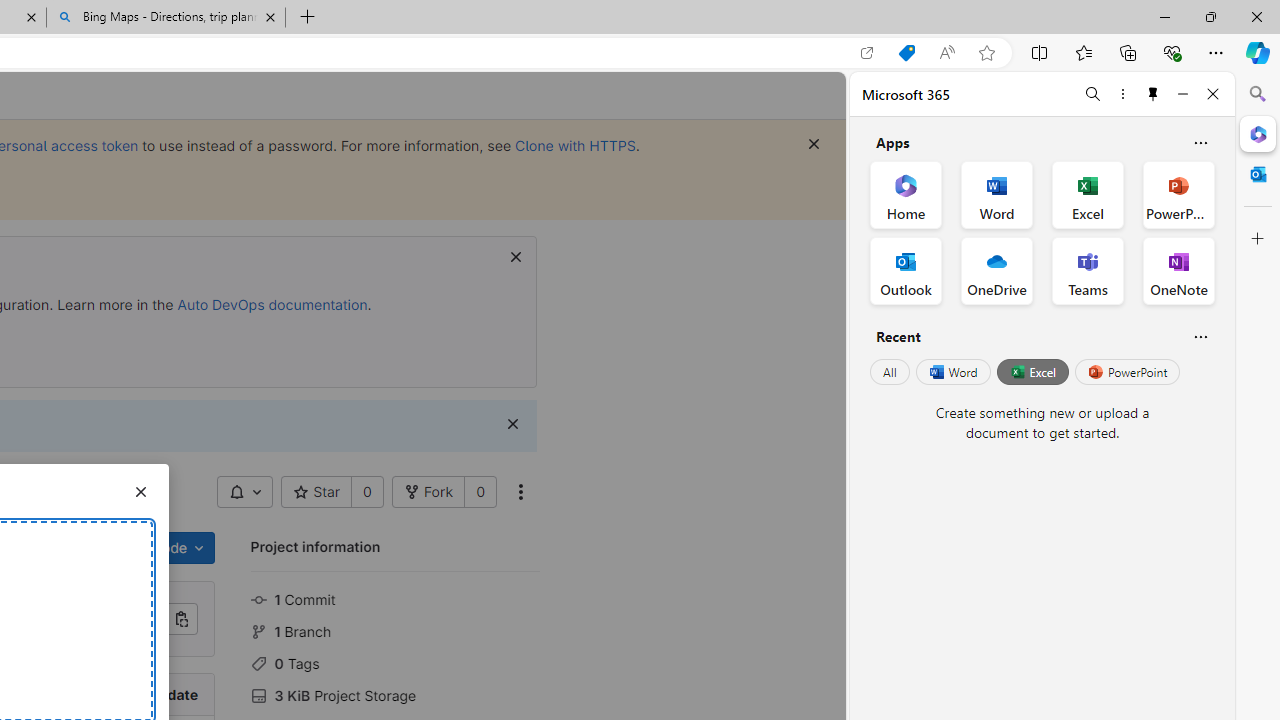  Describe the element at coordinates (889, 372) in the screenshot. I see `'All'` at that location.